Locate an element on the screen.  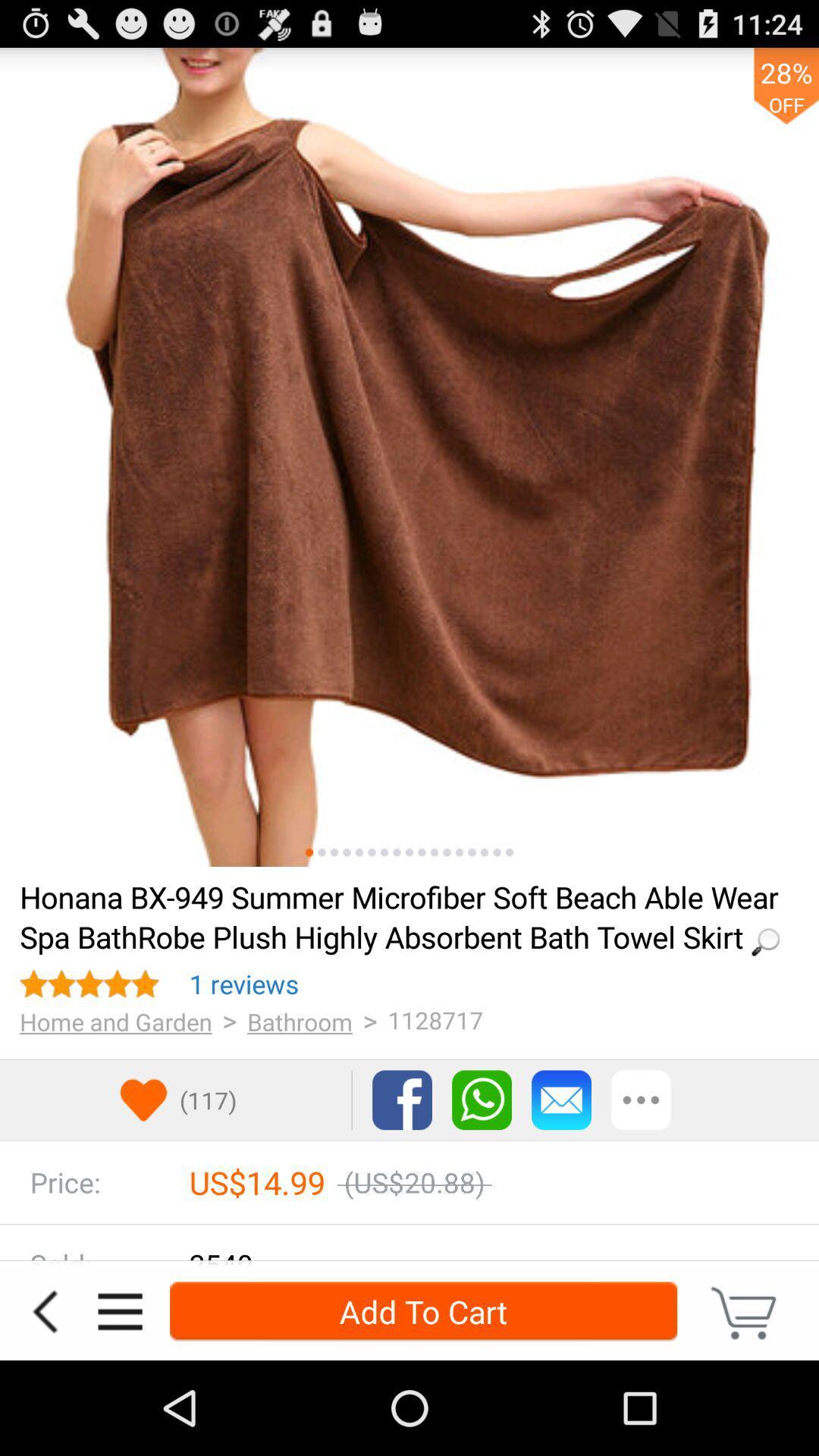
image is located at coordinates (485, 852).